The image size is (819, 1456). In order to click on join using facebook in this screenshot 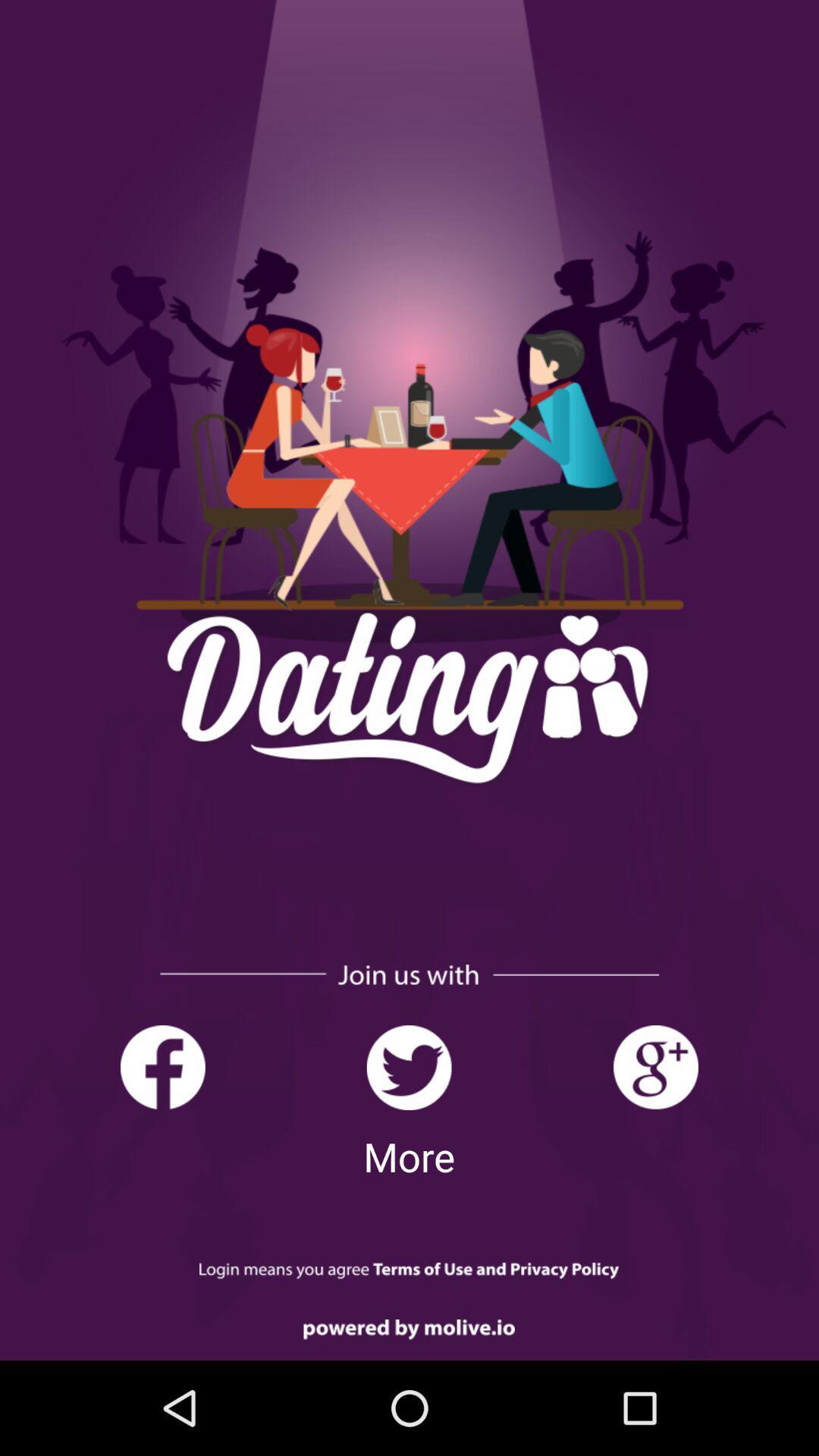, I will do `click(162, 1067)`.